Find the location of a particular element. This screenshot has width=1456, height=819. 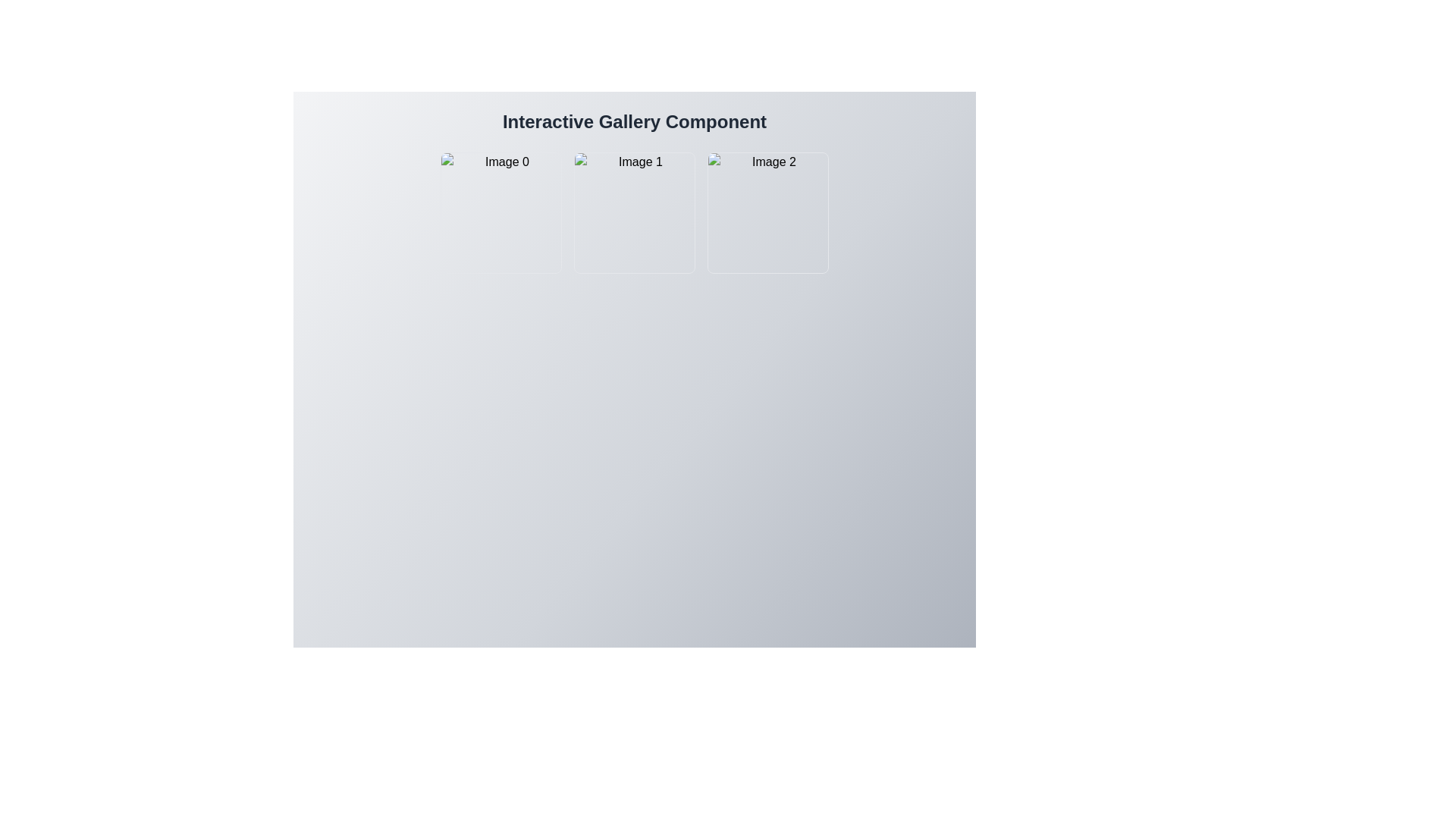

the Text heading that serves as the title for the gallery component, positioned at the top of the interface above 'Image 1,' 'Image 2,' and 'Image 3.' is located at coordinates (634, 121).